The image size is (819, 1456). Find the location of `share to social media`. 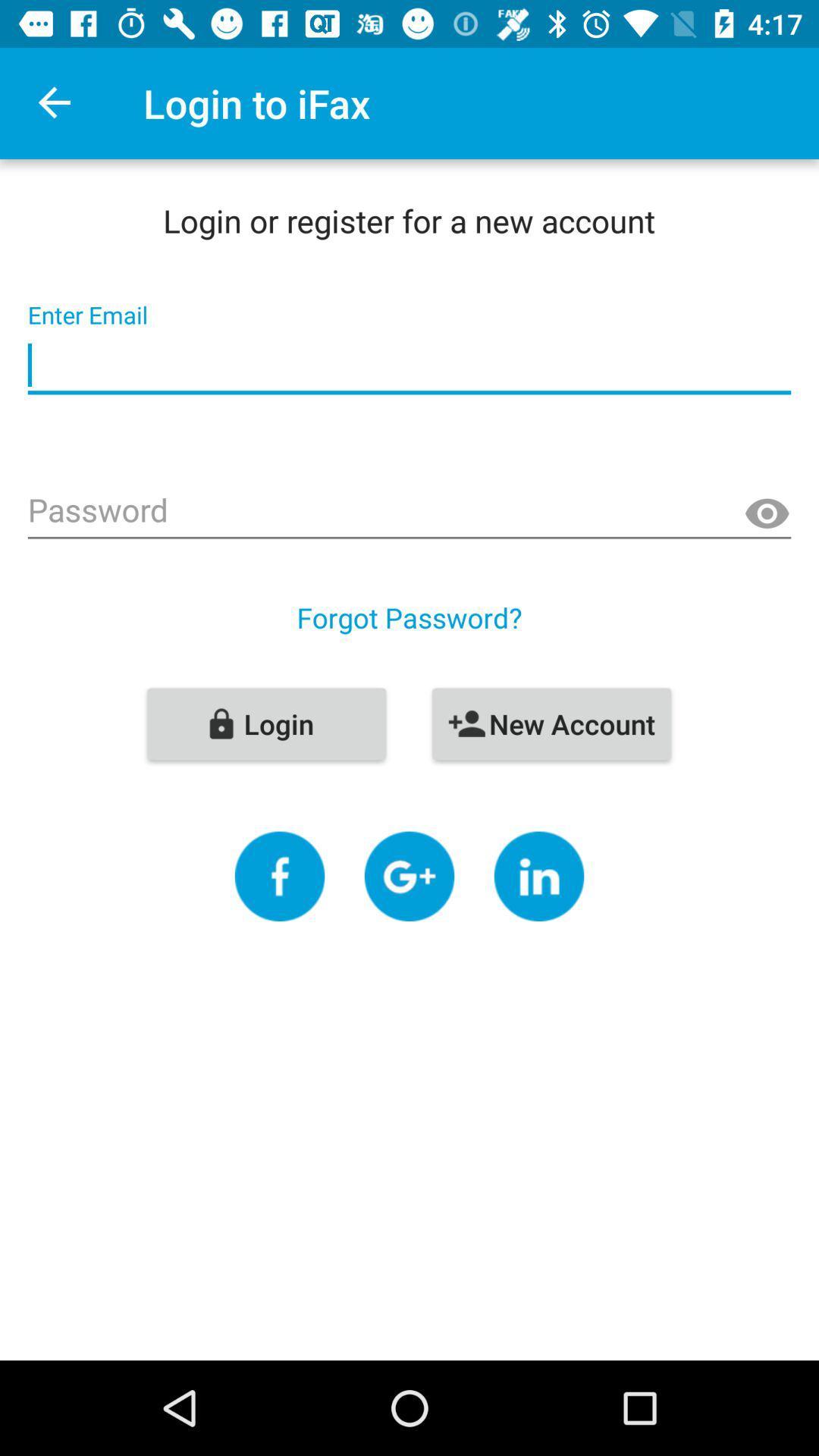

share to social media is located at coordinates (280, 876).